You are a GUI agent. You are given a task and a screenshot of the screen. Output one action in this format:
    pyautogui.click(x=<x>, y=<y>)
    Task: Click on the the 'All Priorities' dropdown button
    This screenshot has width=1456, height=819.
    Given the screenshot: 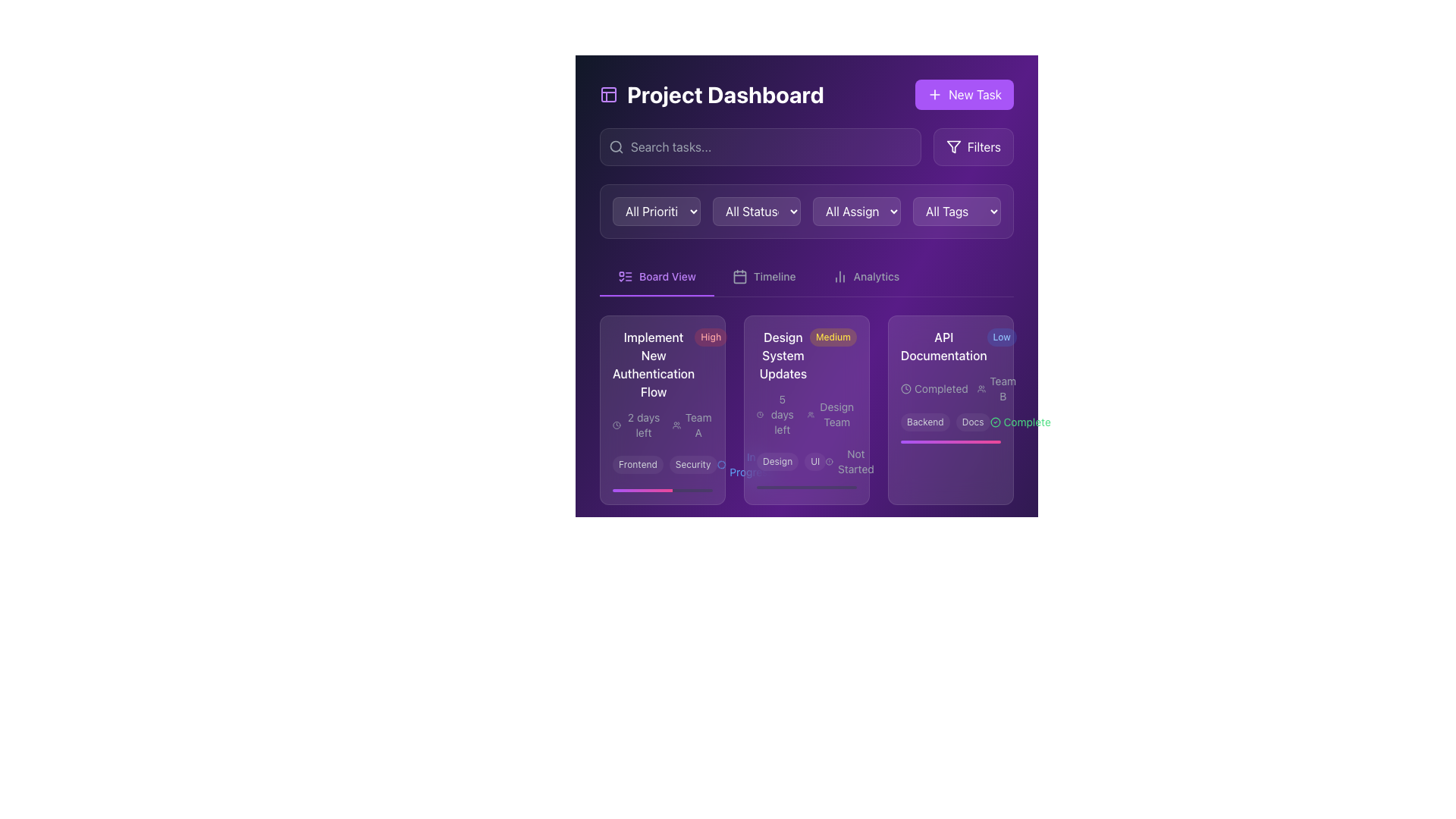 What is the action you would take?
    pyautogui.click(x=656, y=211)
    